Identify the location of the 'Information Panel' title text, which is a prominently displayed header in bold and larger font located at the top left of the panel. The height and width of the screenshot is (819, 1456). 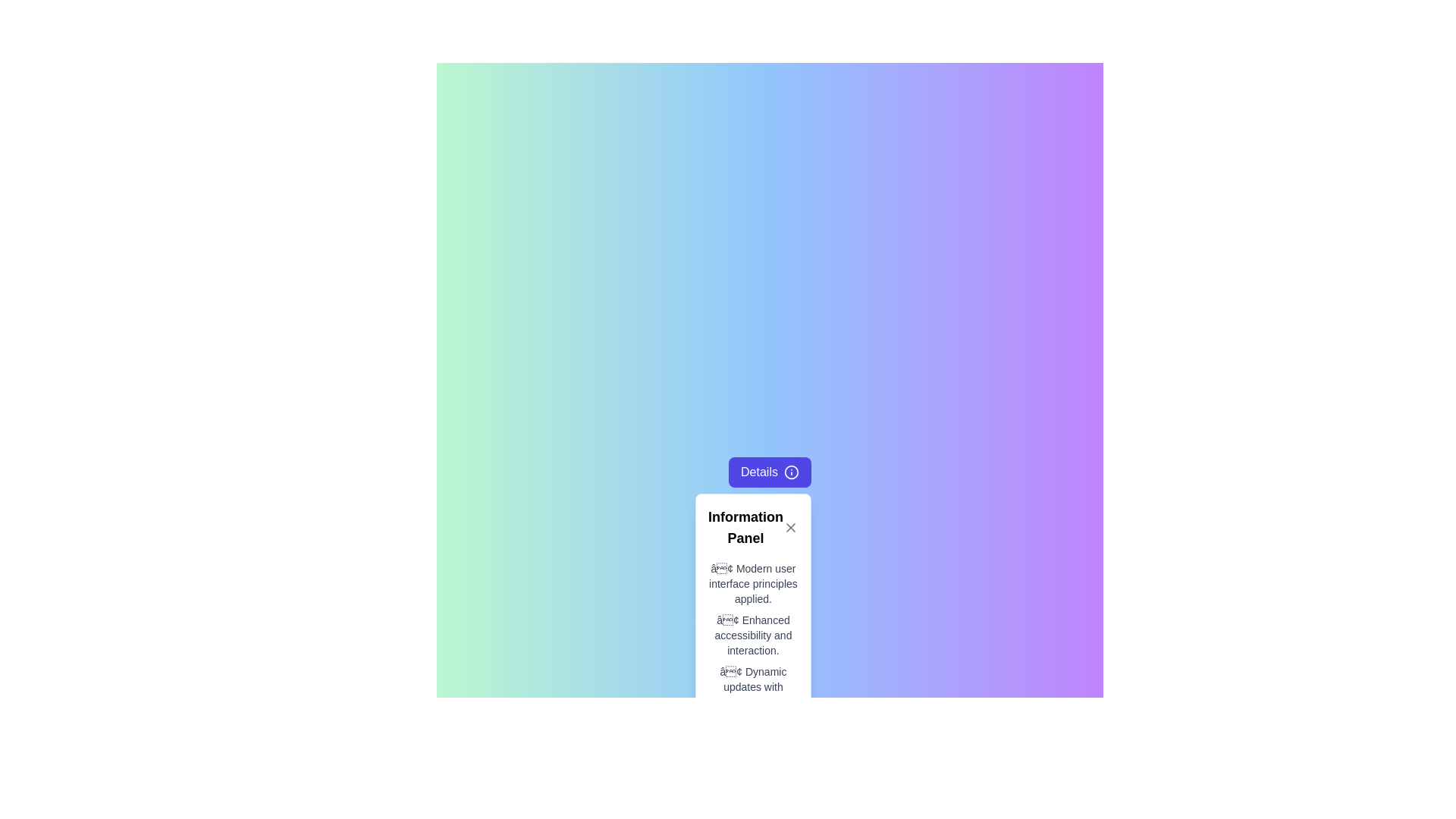
(745, 526).